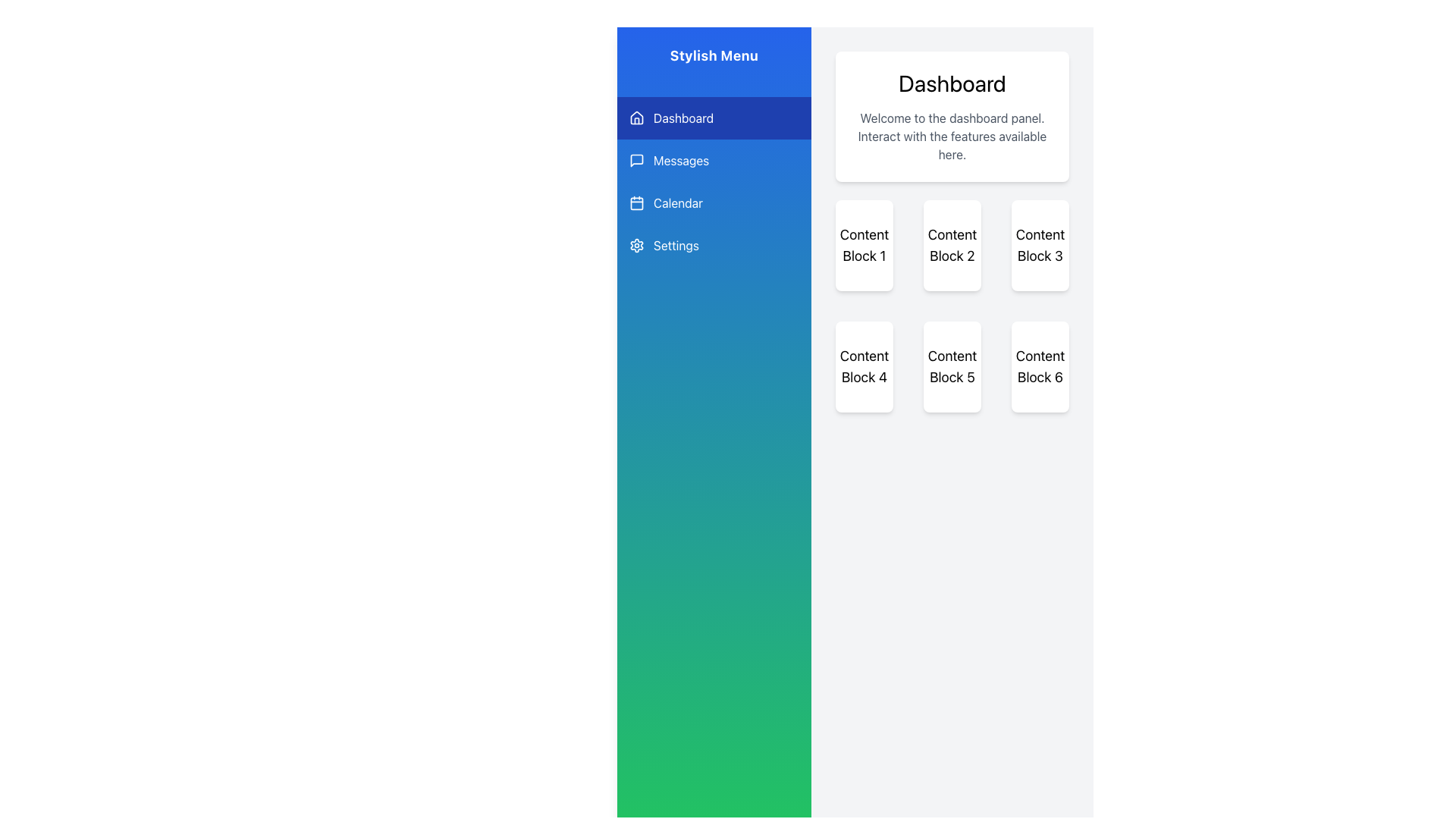  What do you see at coordinates (637, 202) in the screenshot?
I see `the main body of the calendar representation icon located in the vertical navigation menu on the left` at bounding box center [637, 202].